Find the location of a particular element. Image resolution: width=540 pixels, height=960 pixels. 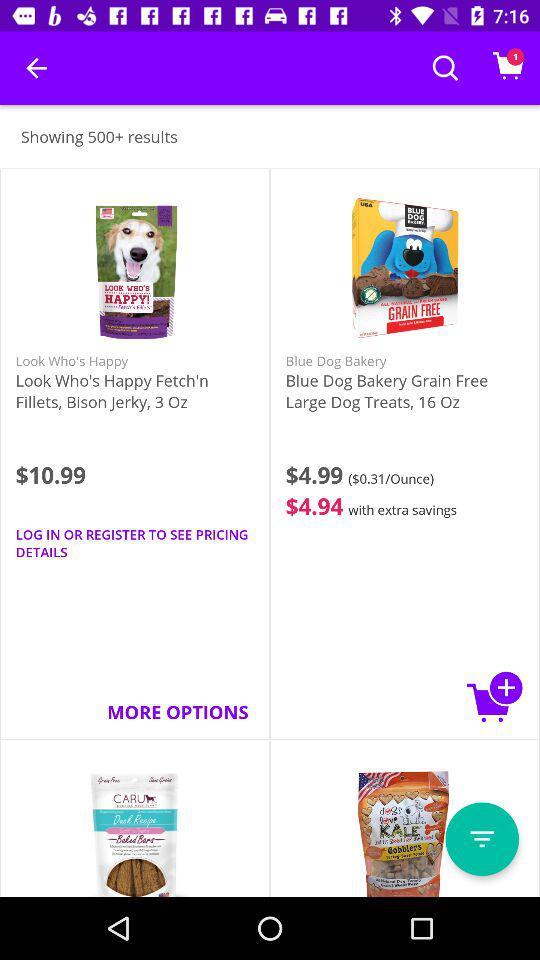

icon next to the more options item is located at coordinates (494, 696).